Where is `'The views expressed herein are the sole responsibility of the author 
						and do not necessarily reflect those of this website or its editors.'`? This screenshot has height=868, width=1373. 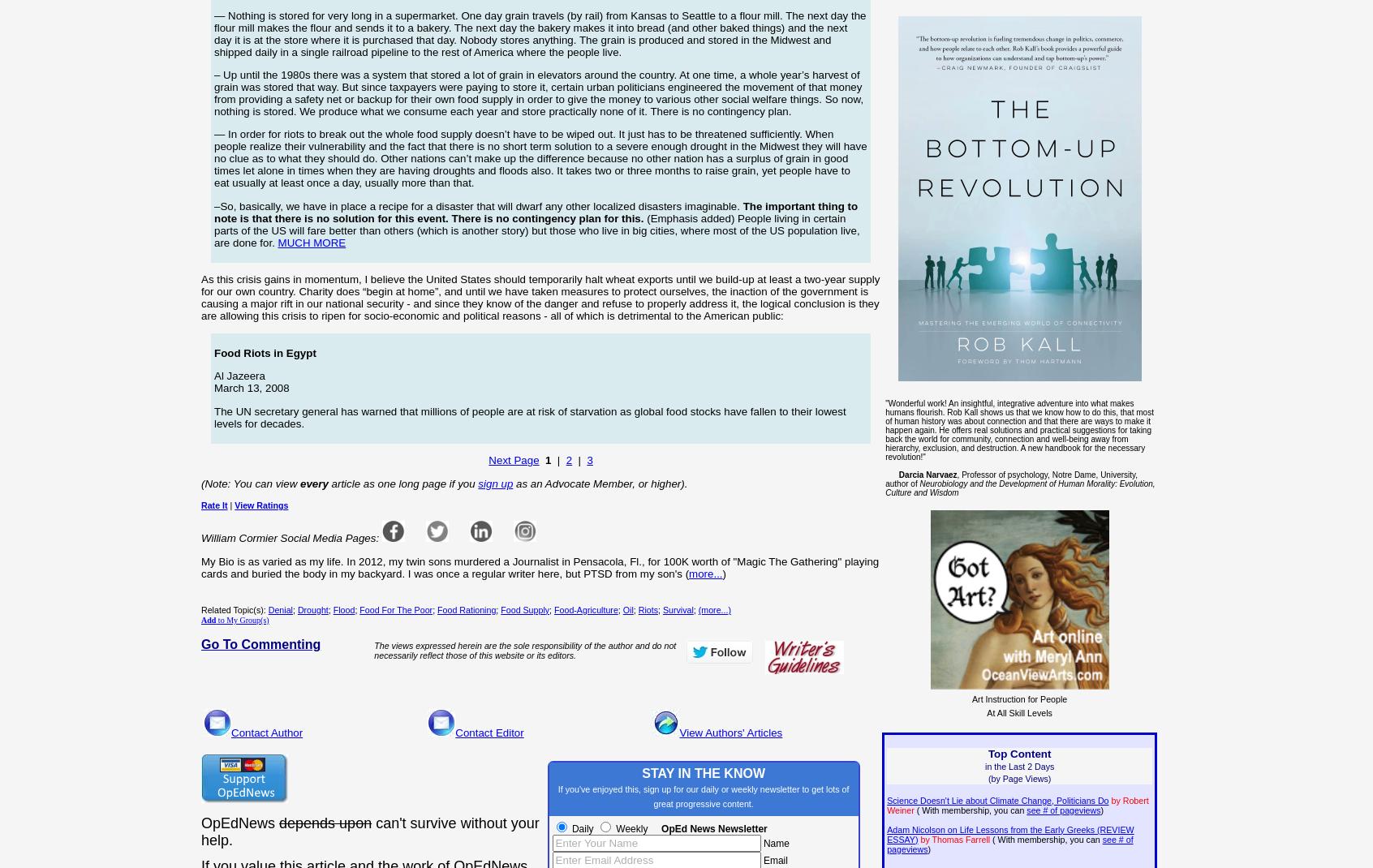 'The views expressed herein are the sole responsibility of the author 
						and do not necessarily reflect those of this website or its editors.' is located at coordinates (525, 649).